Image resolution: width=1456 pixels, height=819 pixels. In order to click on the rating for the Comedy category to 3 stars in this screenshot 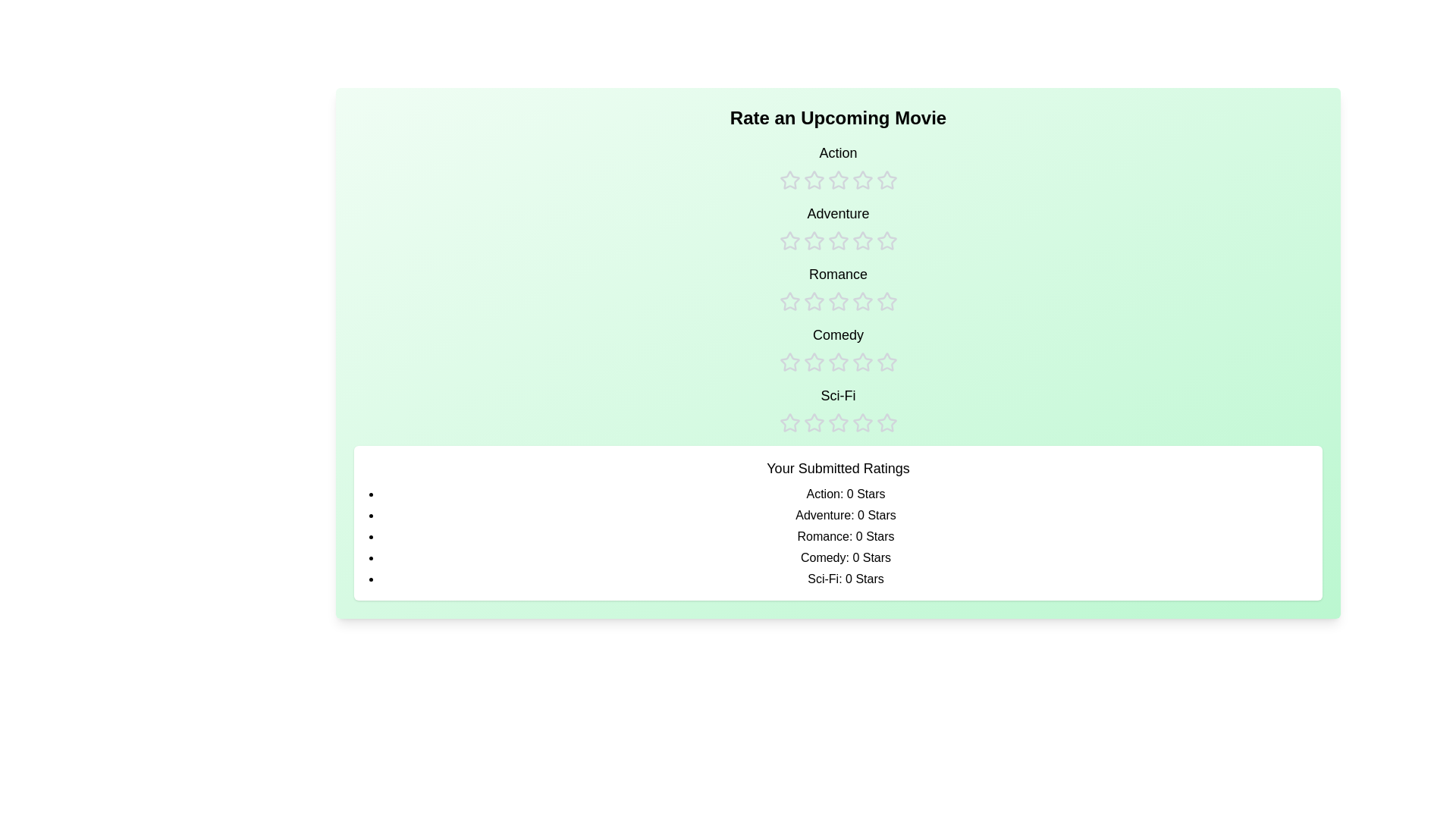, I will do `click(837, 348)`.